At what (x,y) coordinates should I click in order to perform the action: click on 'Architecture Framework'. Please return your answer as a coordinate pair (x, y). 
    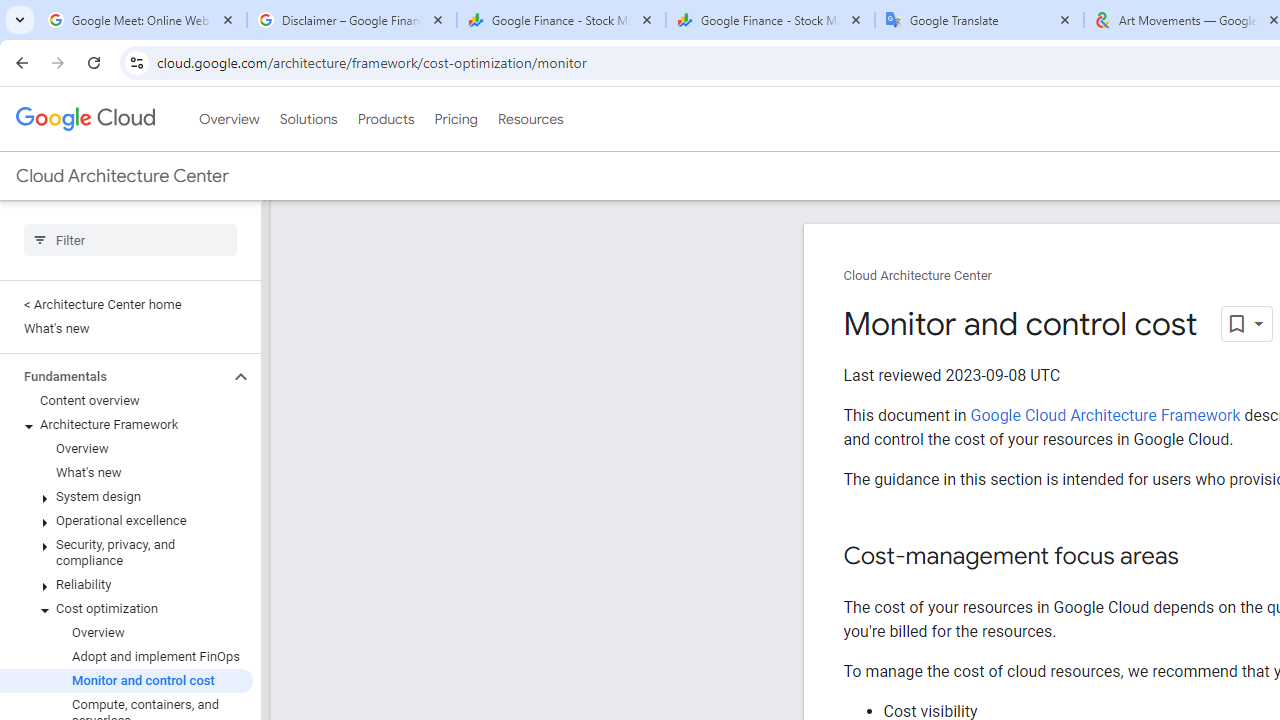
    Looking at the image, I should click on (125, 424).